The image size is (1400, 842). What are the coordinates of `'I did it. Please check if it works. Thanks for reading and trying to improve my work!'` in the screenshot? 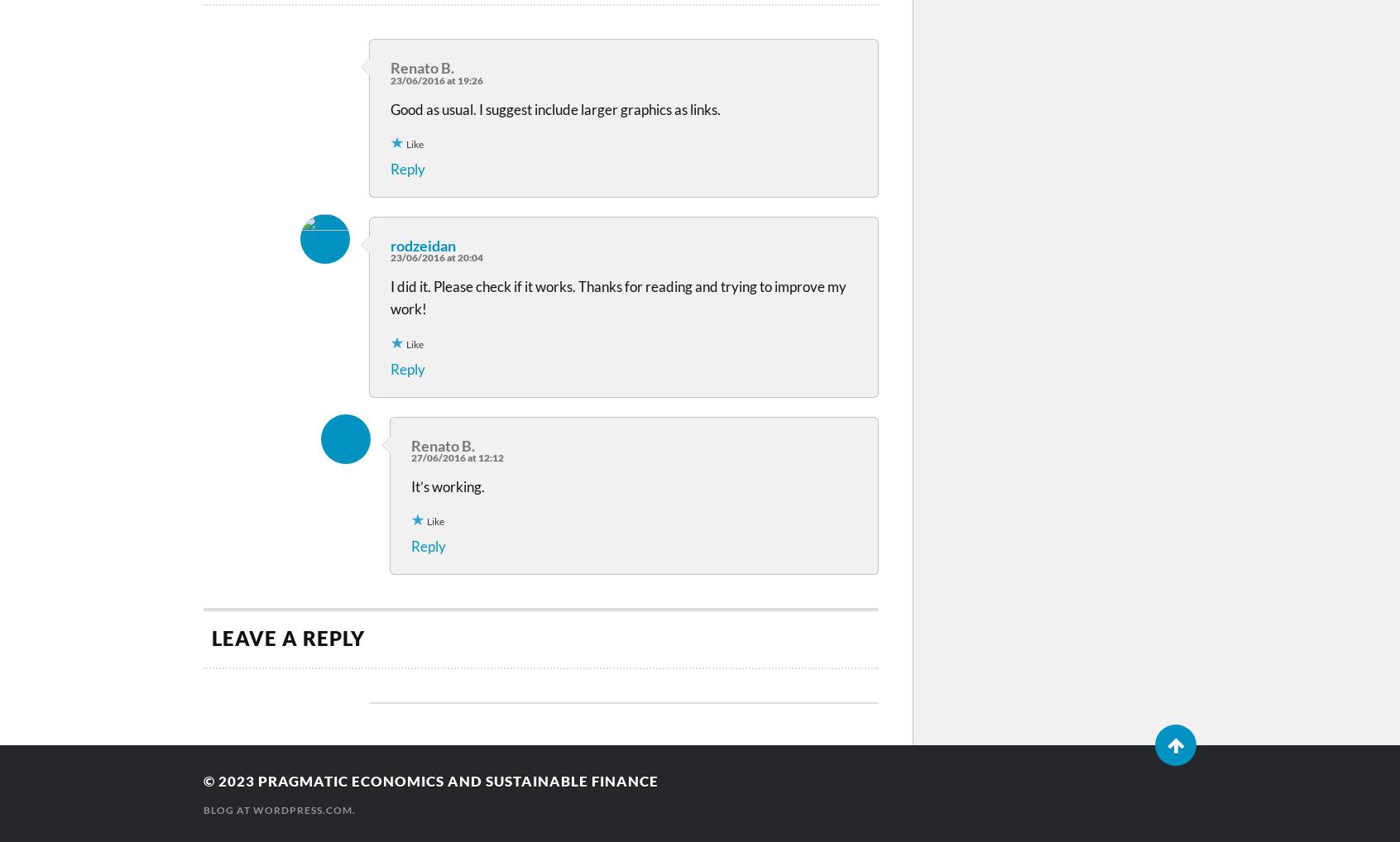 It's located at (390, 297).